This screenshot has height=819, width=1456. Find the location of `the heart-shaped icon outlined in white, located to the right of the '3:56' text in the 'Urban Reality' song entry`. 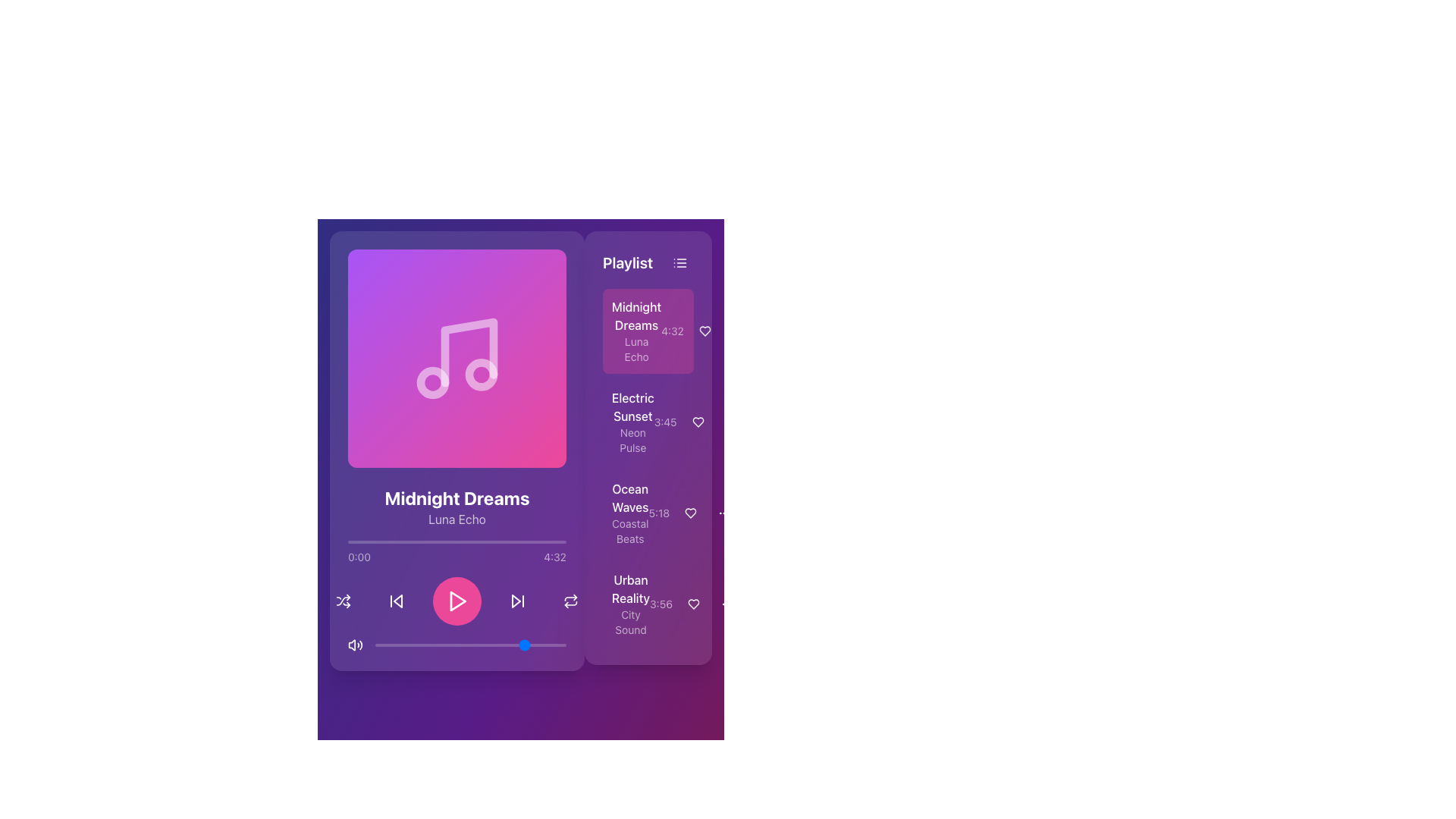

the heart-shaped icon outlined in white, located to the right of the '3:56' text in the 'Urban Reality' song entry is located at coordinates (694, 604).